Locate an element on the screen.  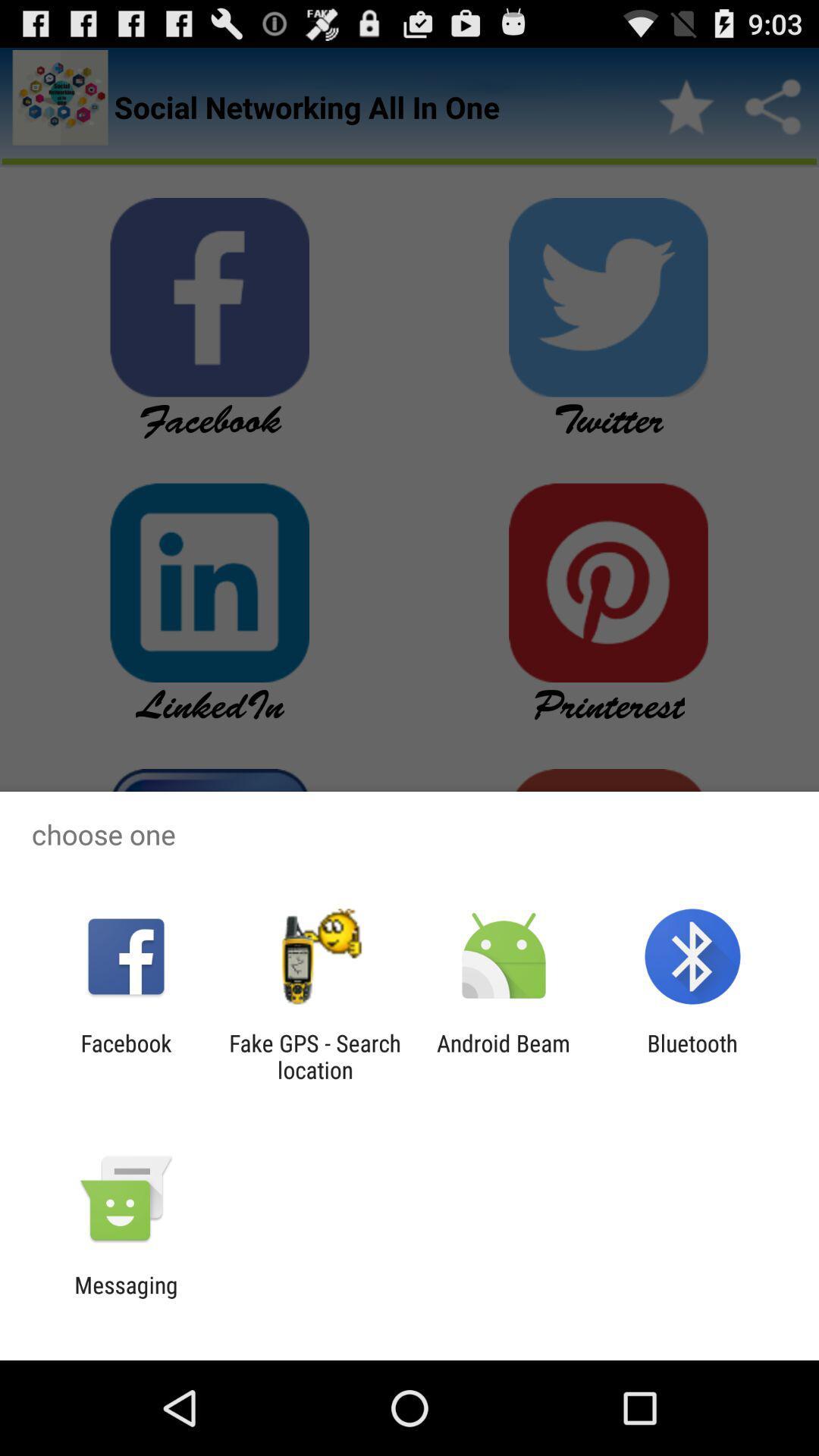
the item to the right of the android beam item is located at coordinates (692, 1056).